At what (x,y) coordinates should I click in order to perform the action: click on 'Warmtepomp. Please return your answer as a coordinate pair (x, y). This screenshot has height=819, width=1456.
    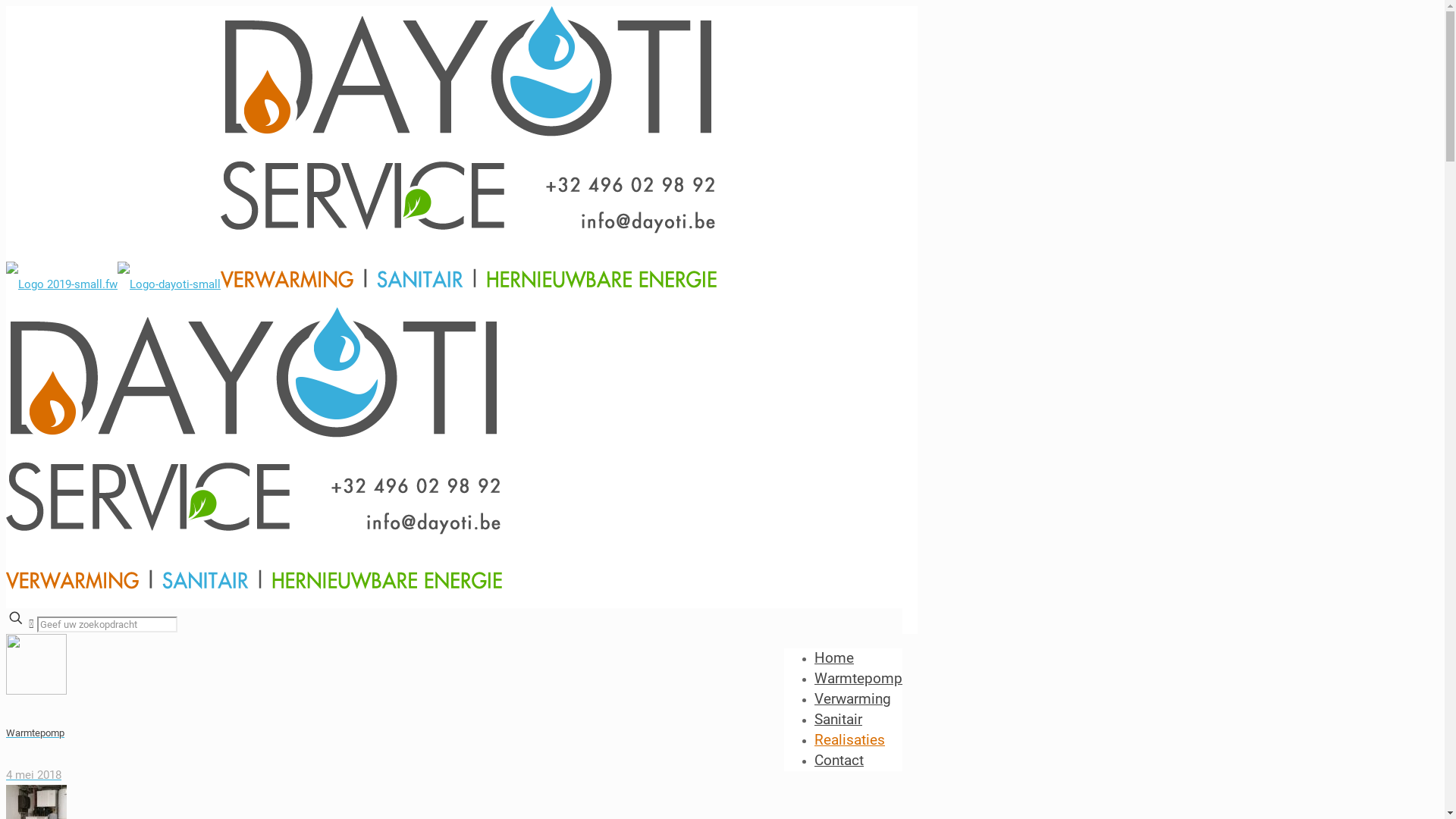
    Looking at the image, I should click on (461, 709).